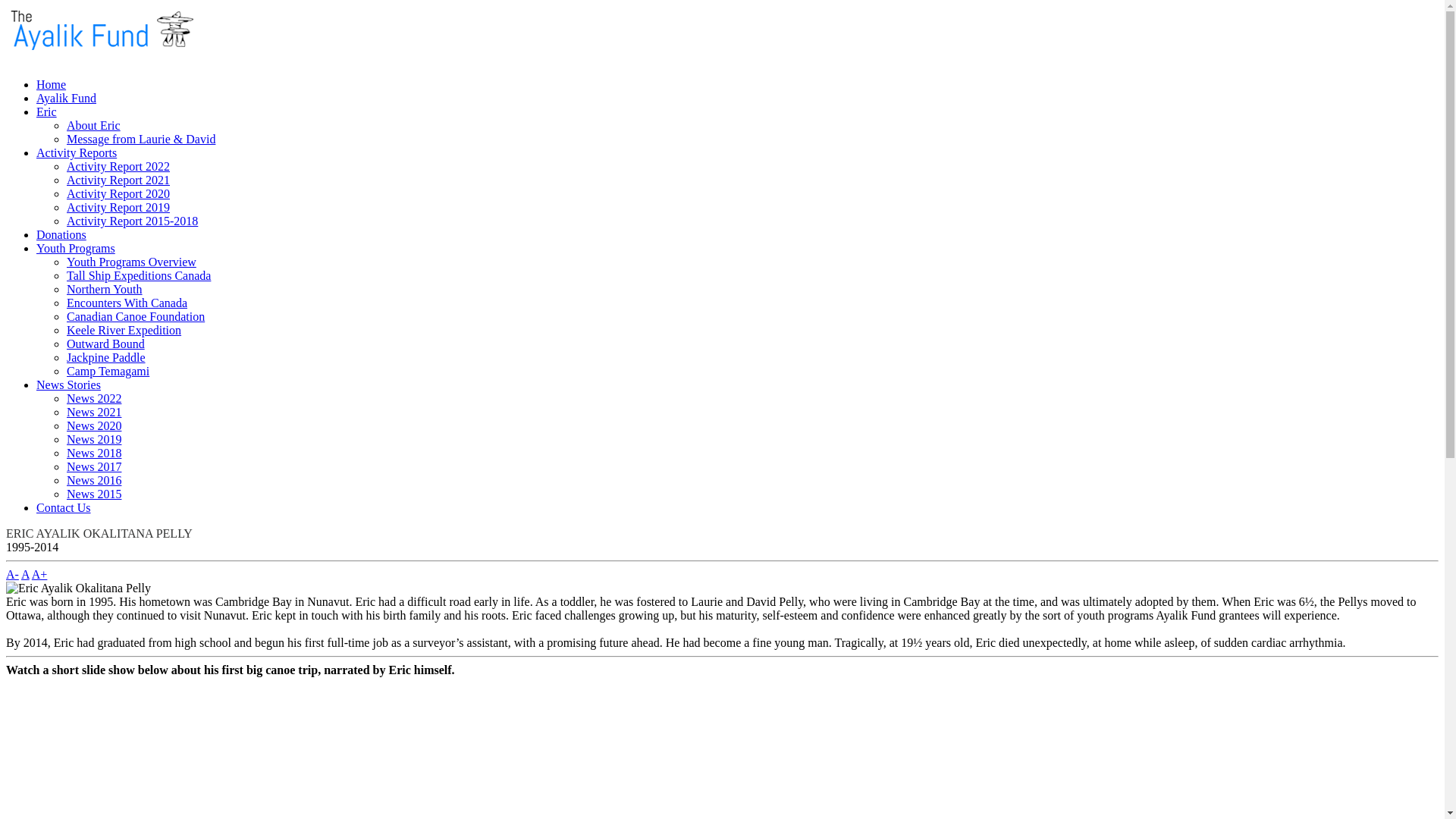 This screenshot has width=1456, height=819. Describe the element at coordinates (65, 412) in the screenshot. I see `'News 2021'` at that location.